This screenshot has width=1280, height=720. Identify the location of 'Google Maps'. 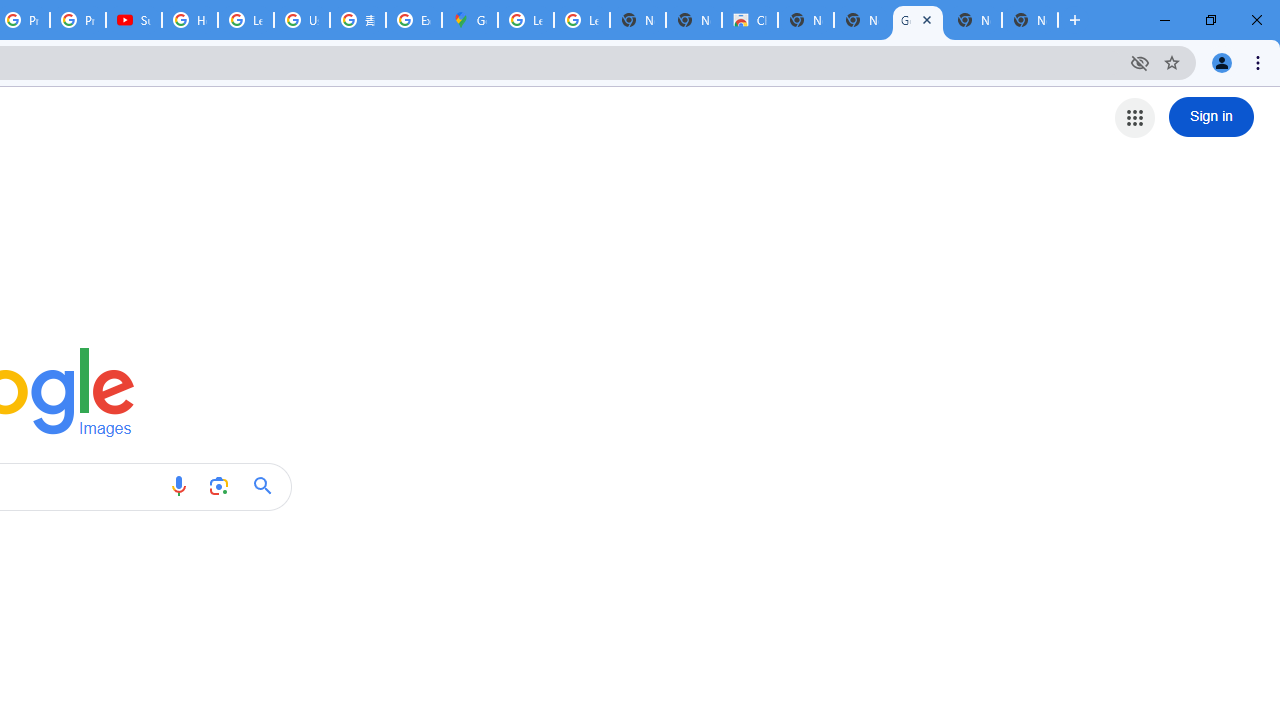
(468, 20).